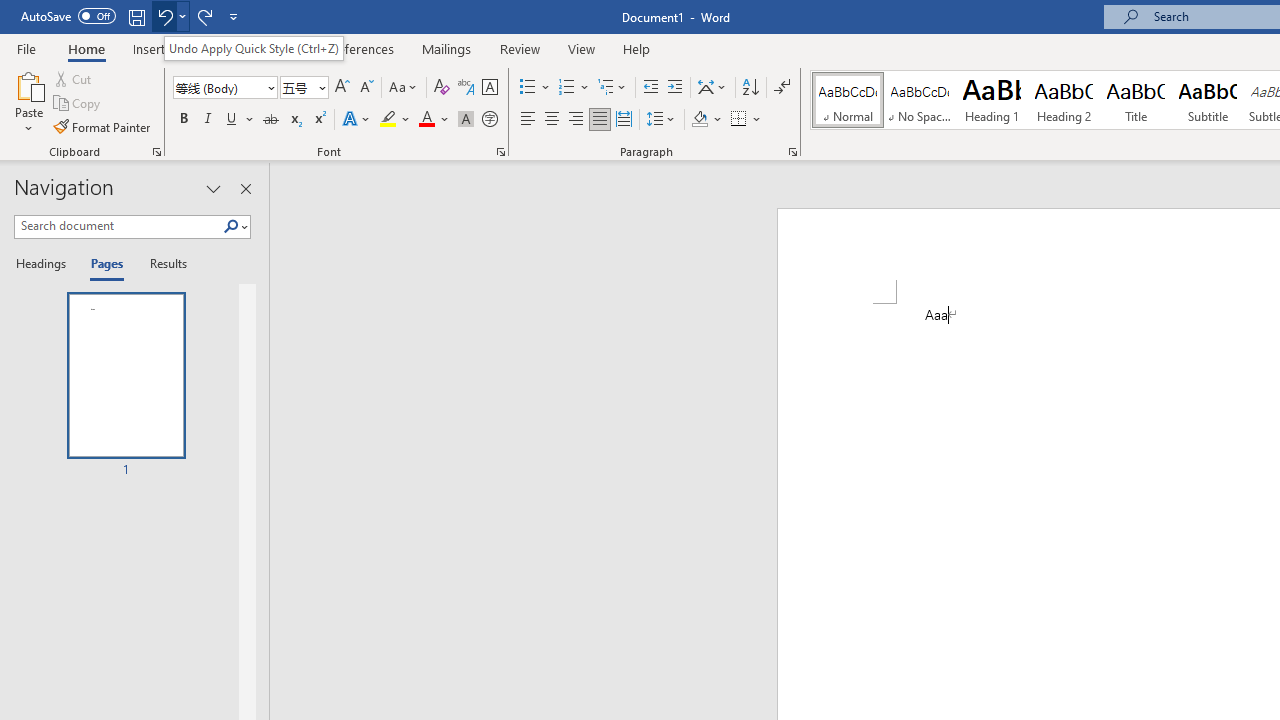  I want to click on 'Character Border', so click(489, 86).